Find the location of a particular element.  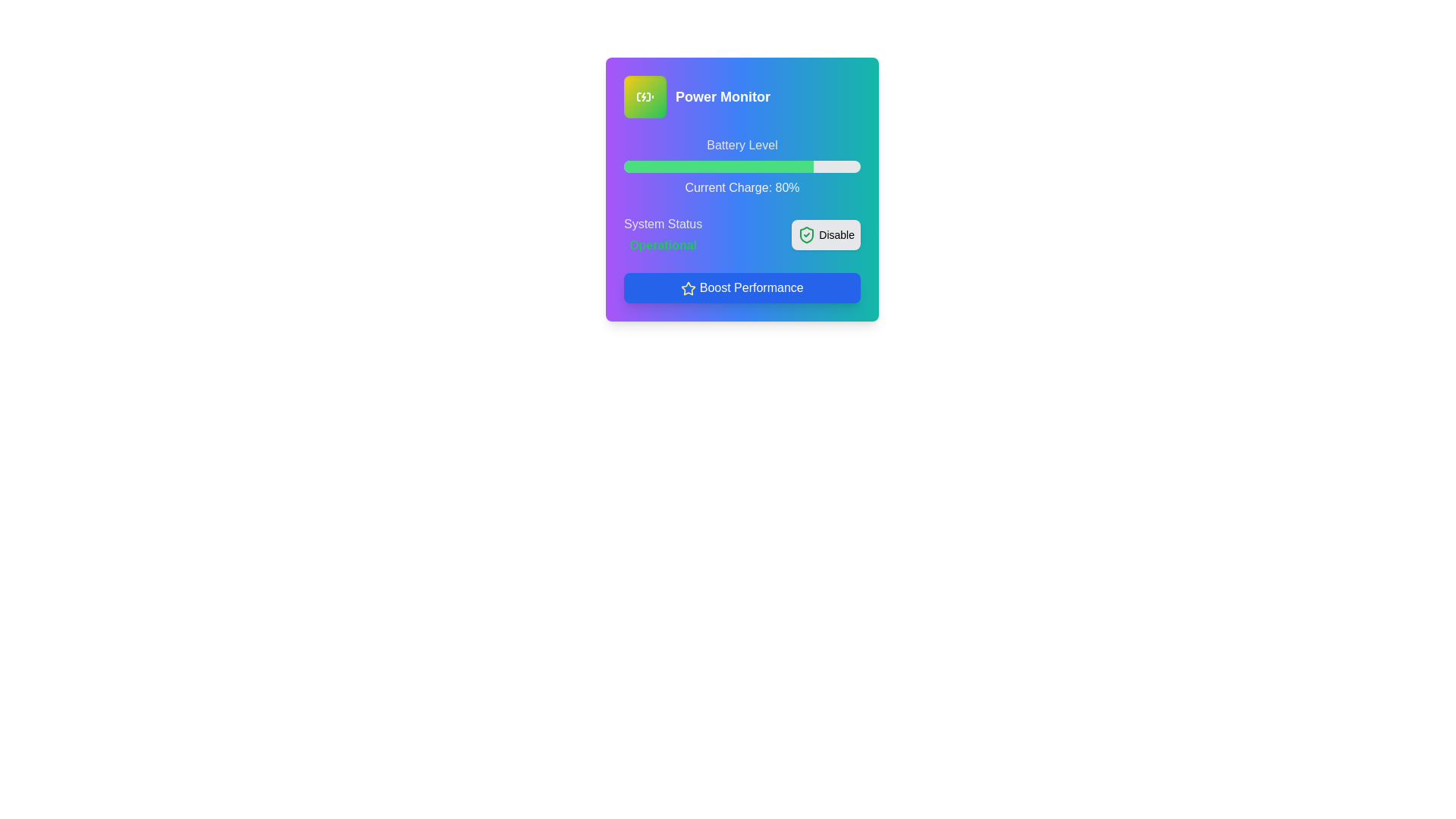

the text label that serves as a title for monitoring power usage, located centrally at the top of the interface to the right of a battery icon is located at coordinates (722, 96).